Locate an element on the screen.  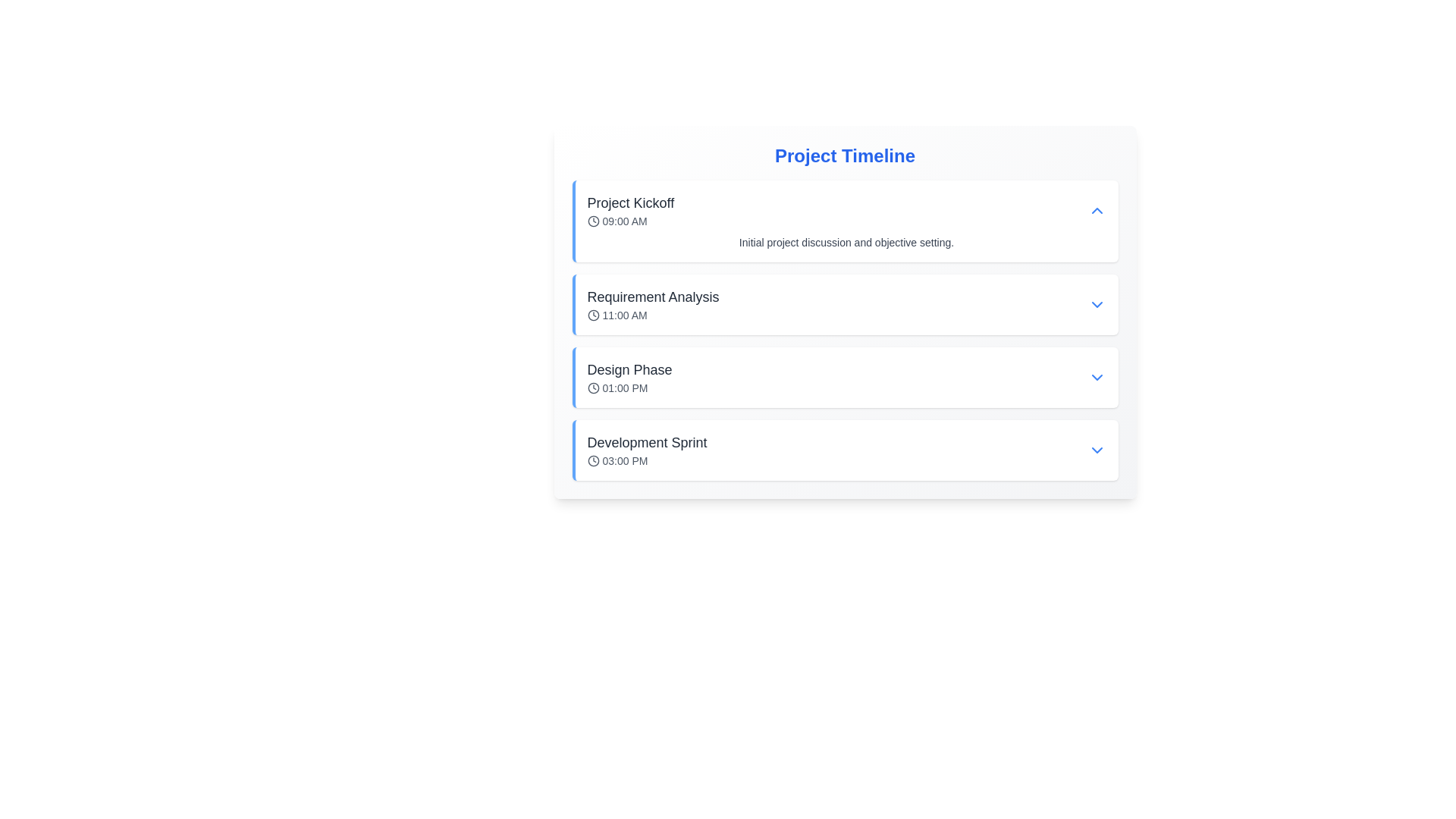
the dropdown arrow on the 'Requirement Analysis' Timeline List Item is located at coordinates (844, 304).